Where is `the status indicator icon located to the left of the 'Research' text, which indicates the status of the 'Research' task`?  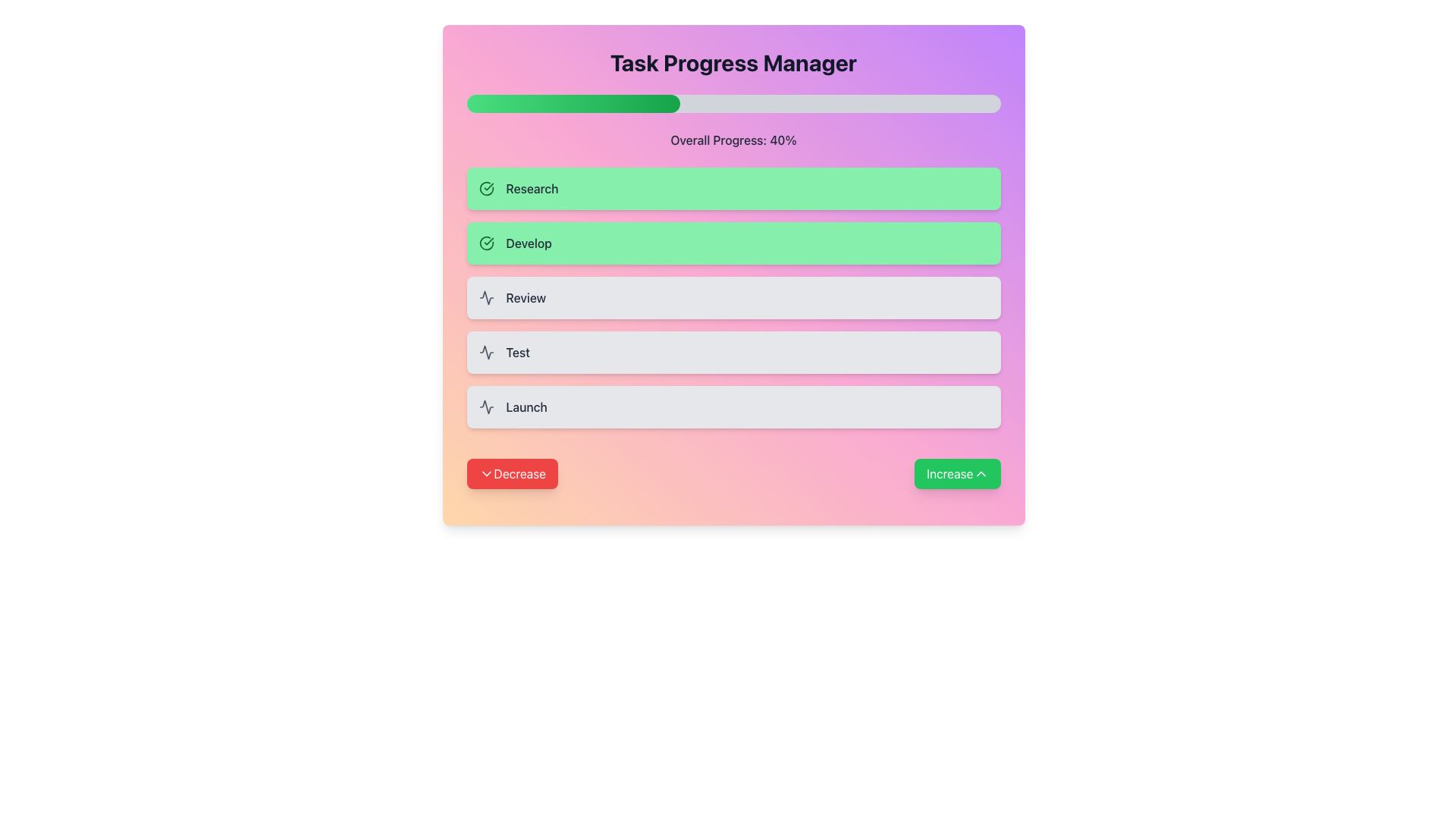
the status indicator icon located to the left of the 'Research' text, which indicates the status of the 'Research' task is located at coordinates (486, 188).